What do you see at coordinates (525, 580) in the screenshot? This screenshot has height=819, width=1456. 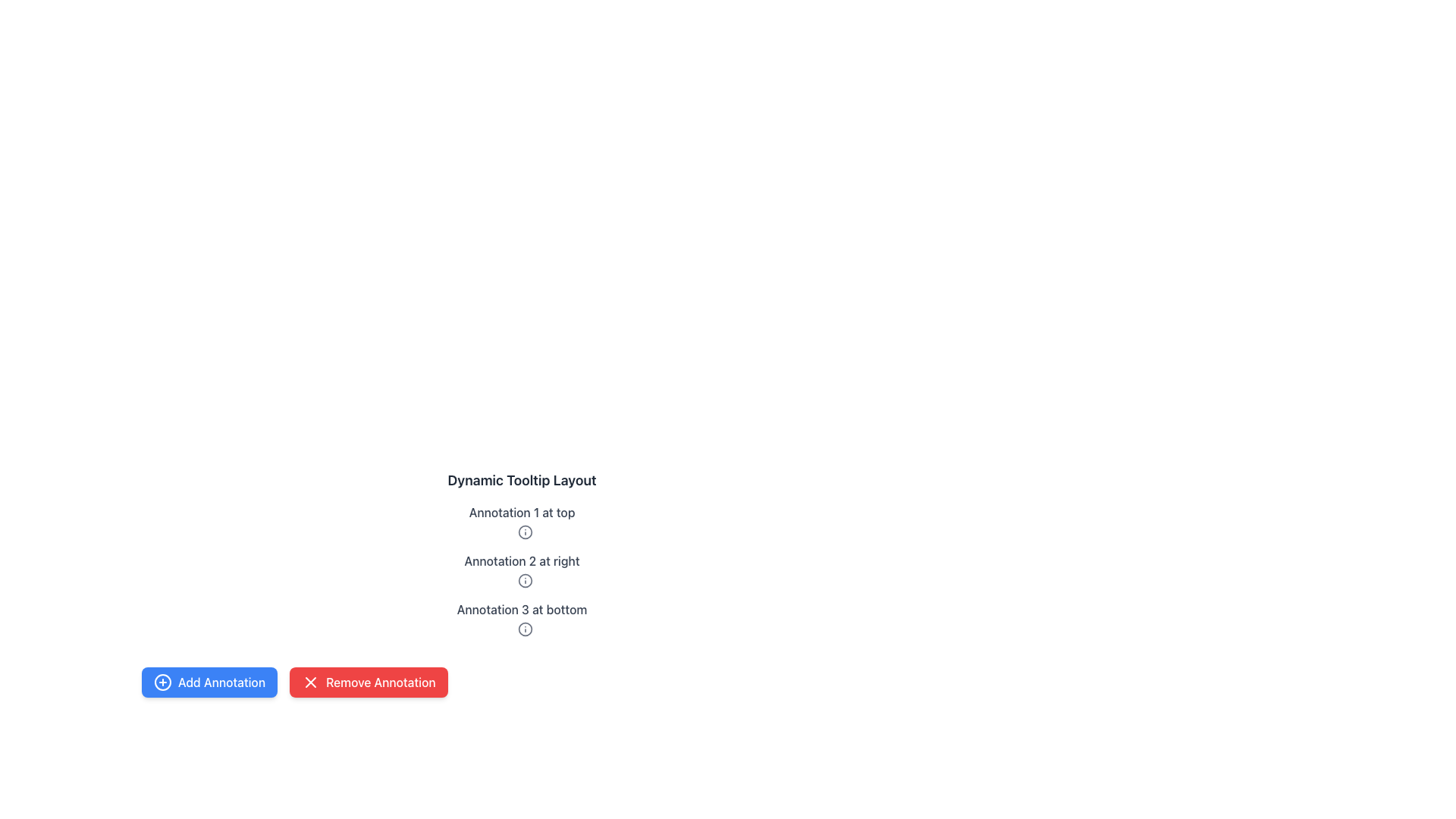 I see `the circular iconographic element located to the right of the text 'Annotation 2 at right' to trigger a tooltip` at bounding box center [525, 580].